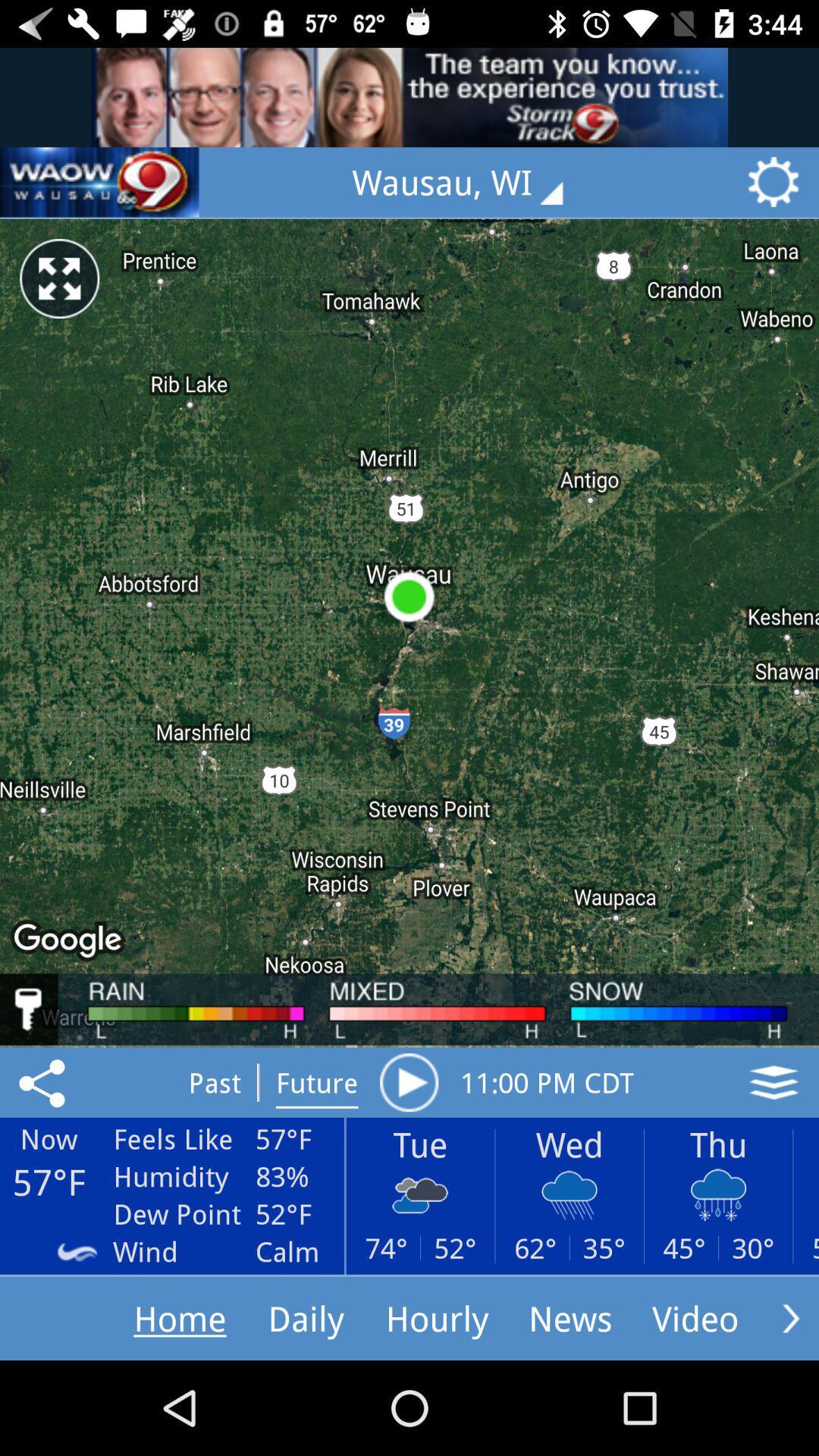  What do you see at coordinates (99, 182) in the screenshot?
I see `the volume icon` at bounding box center [99, 182].